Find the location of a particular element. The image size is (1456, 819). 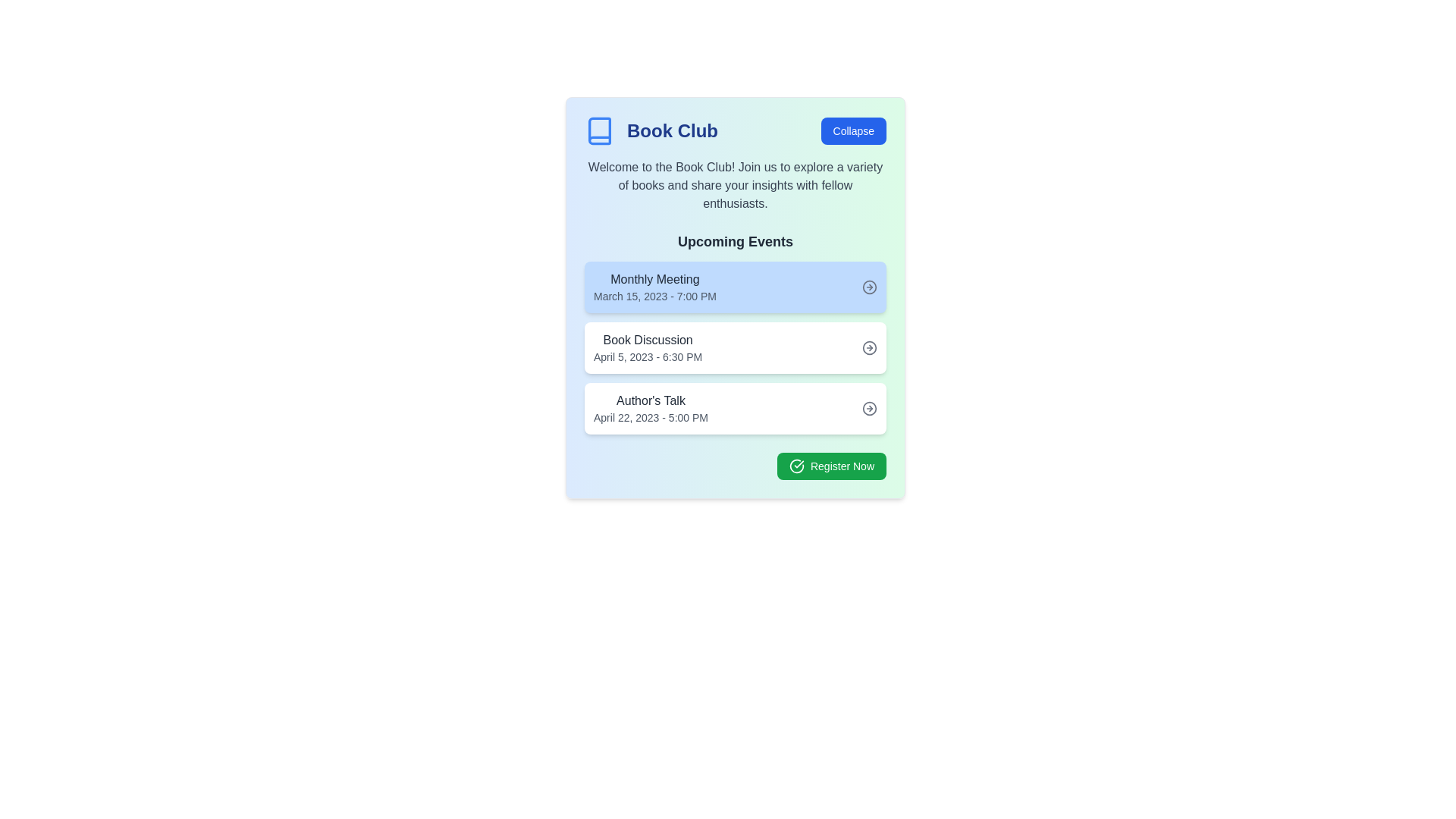

the circular icon with a hollow circle and right-pointing arrow located at the top-right corner of the 'Author's Talk' event card is located at coordinates (870, 408).